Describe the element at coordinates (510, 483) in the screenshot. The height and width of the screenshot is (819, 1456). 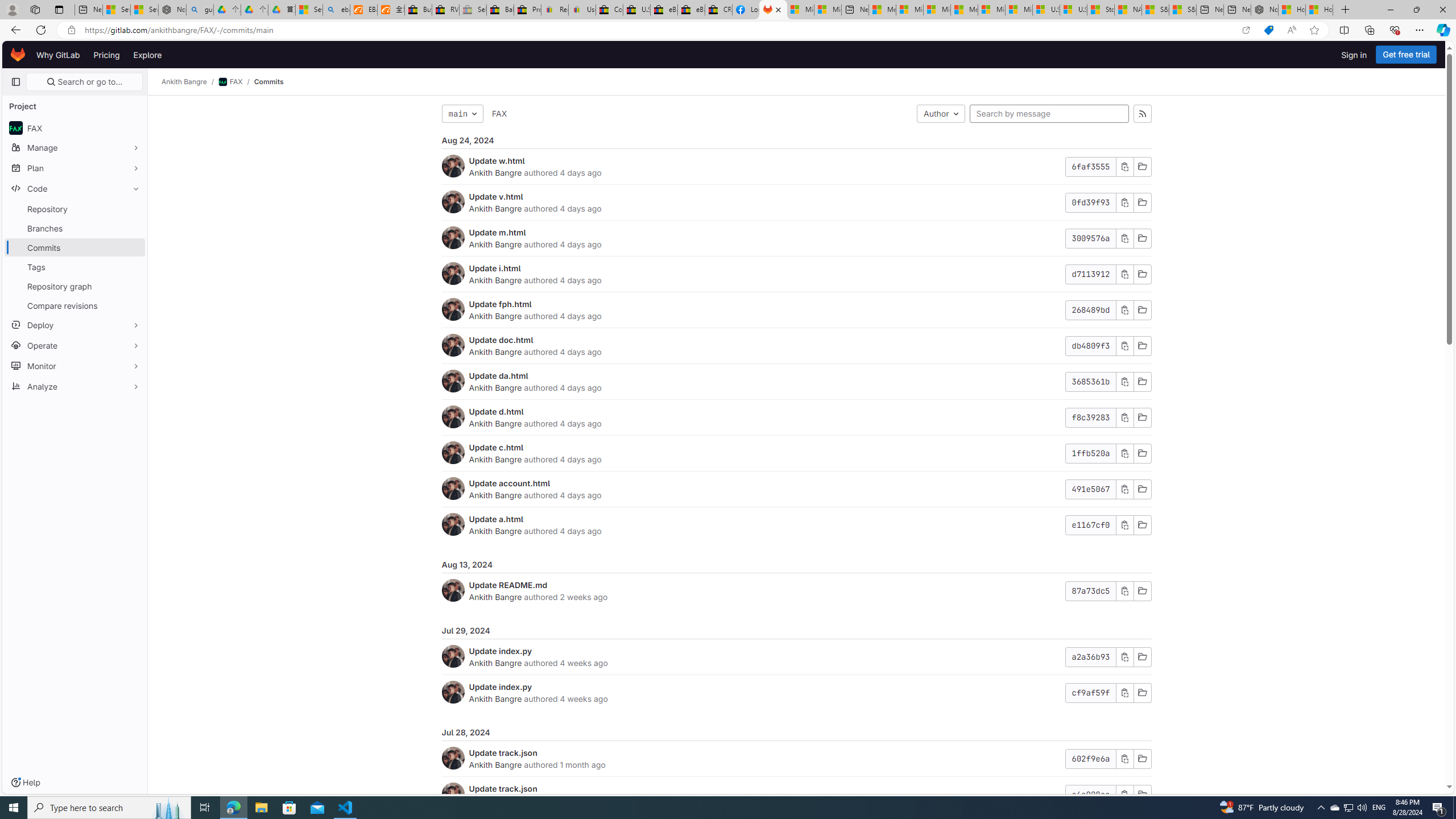
I see `'Update account.html'` at that location.